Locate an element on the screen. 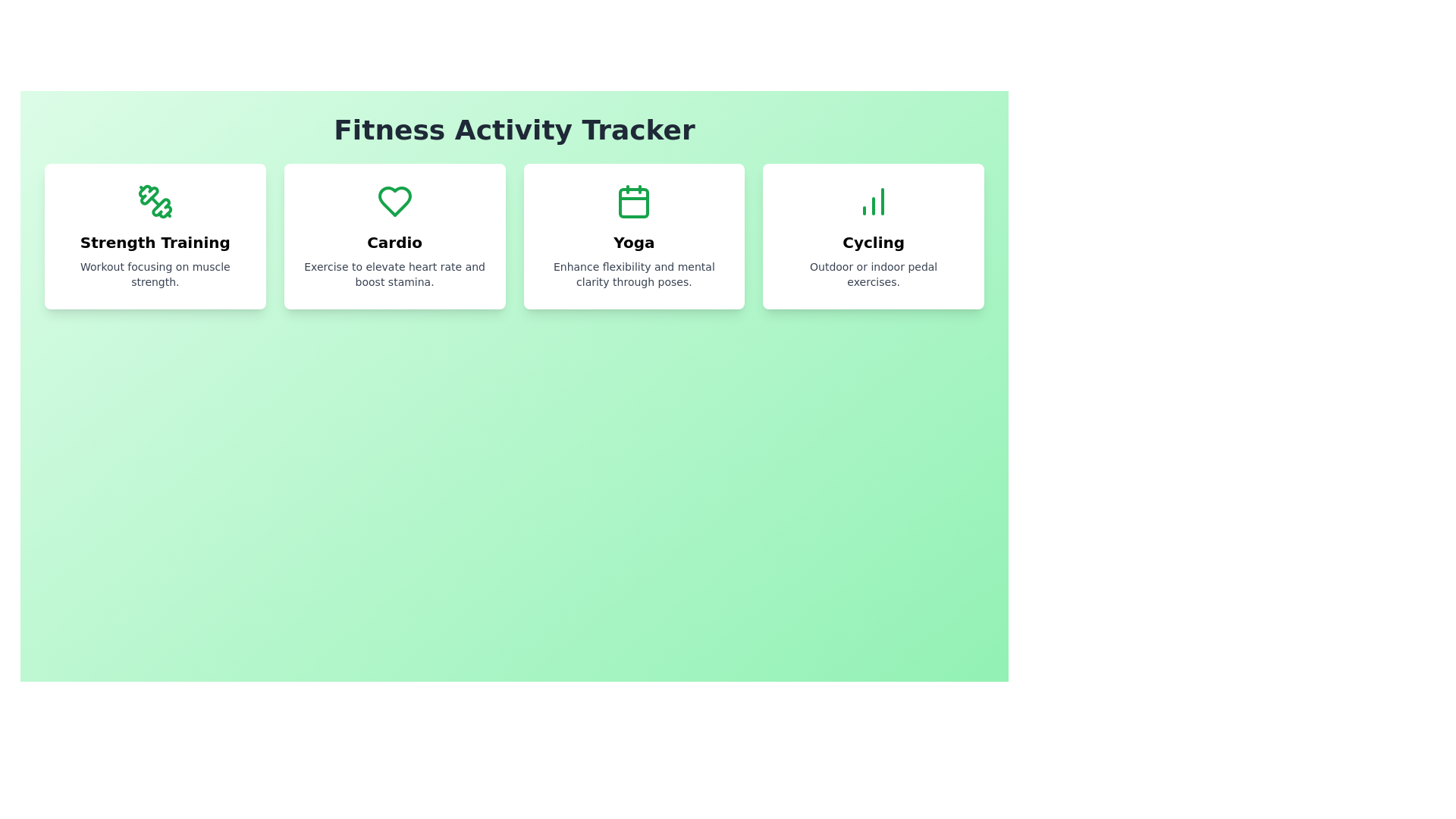 The image size is (1456, 819). descriptive text block that provides additional details about the 'Cardio' activity, which is located centrally beneath the title text within the 'Cardio' card is located at coordinates (394, 275).